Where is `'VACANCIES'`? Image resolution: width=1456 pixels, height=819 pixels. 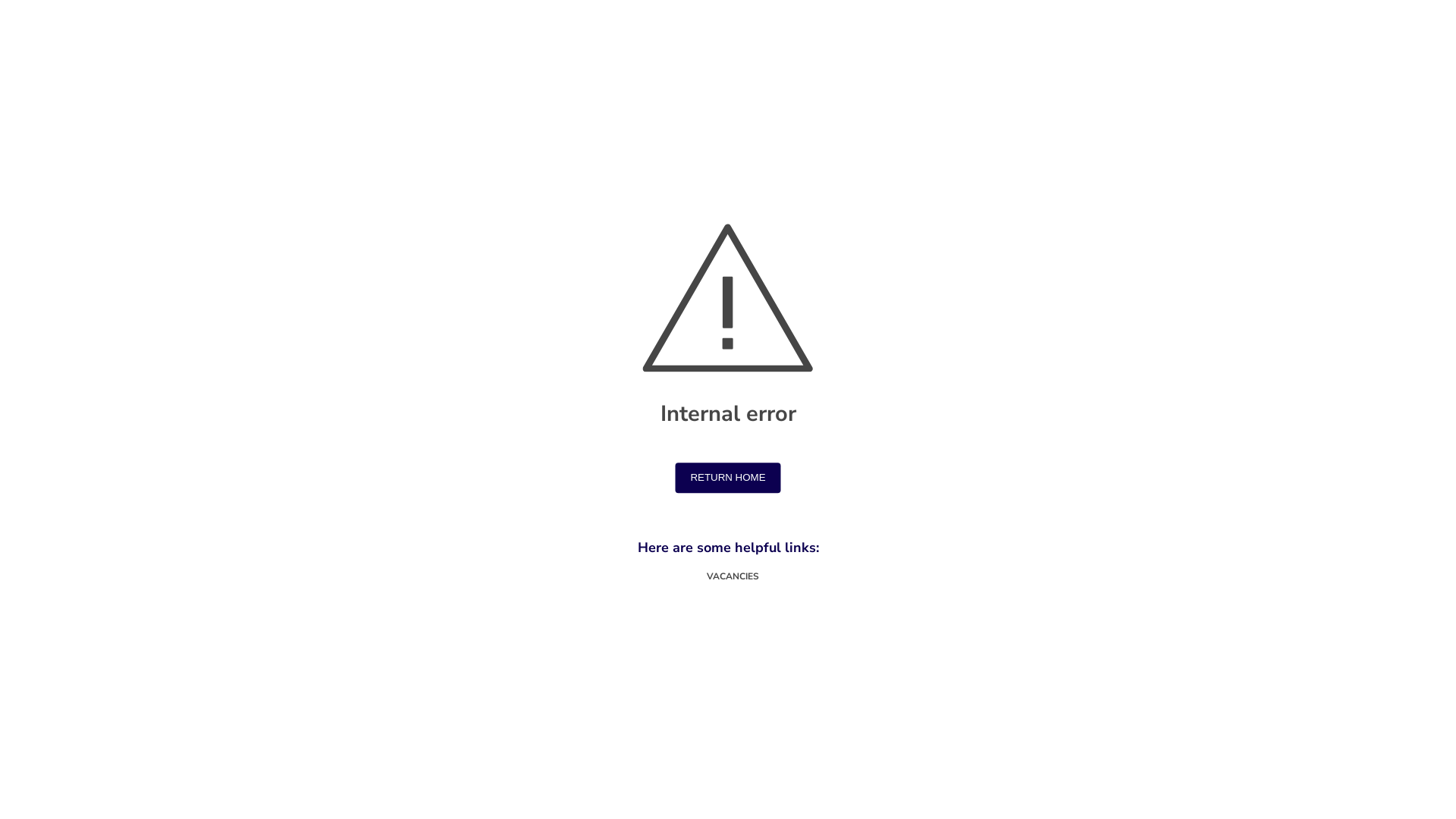 'VACANCIES' is located at coordinates (728, 576).